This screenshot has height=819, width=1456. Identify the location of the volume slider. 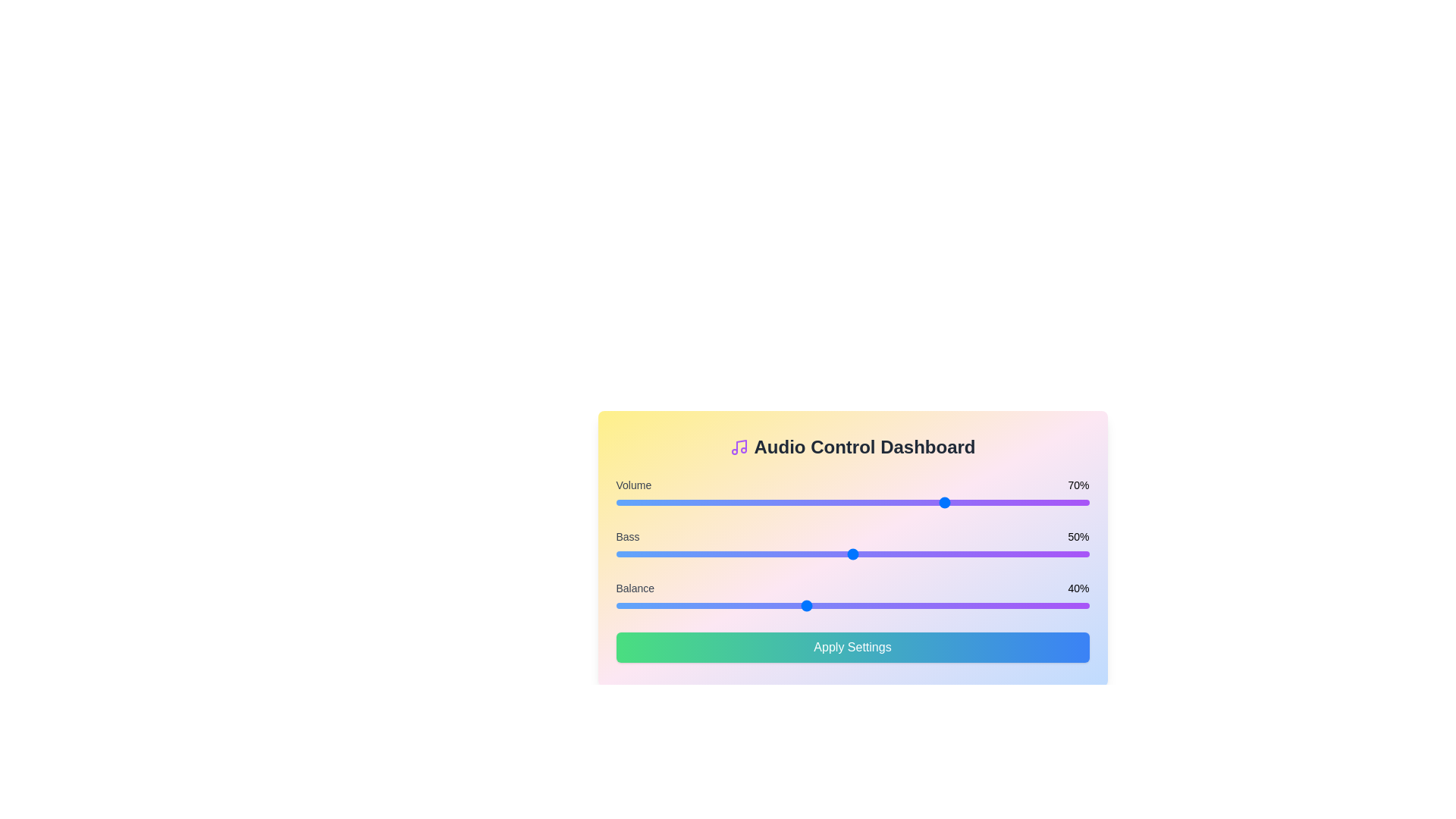
(913, 503).